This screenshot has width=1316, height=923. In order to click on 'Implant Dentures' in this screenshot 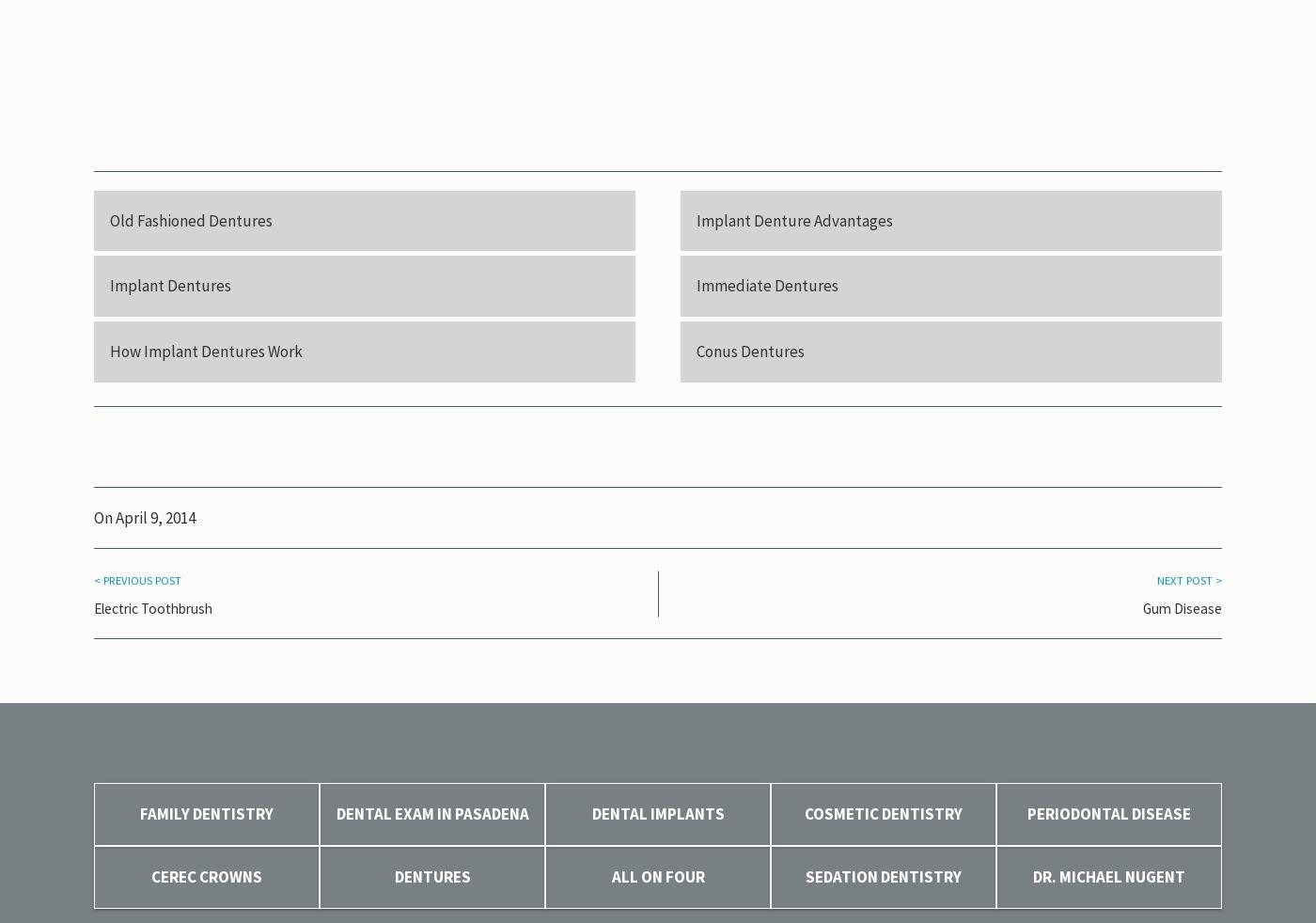, I will do `click(170, 286)`.